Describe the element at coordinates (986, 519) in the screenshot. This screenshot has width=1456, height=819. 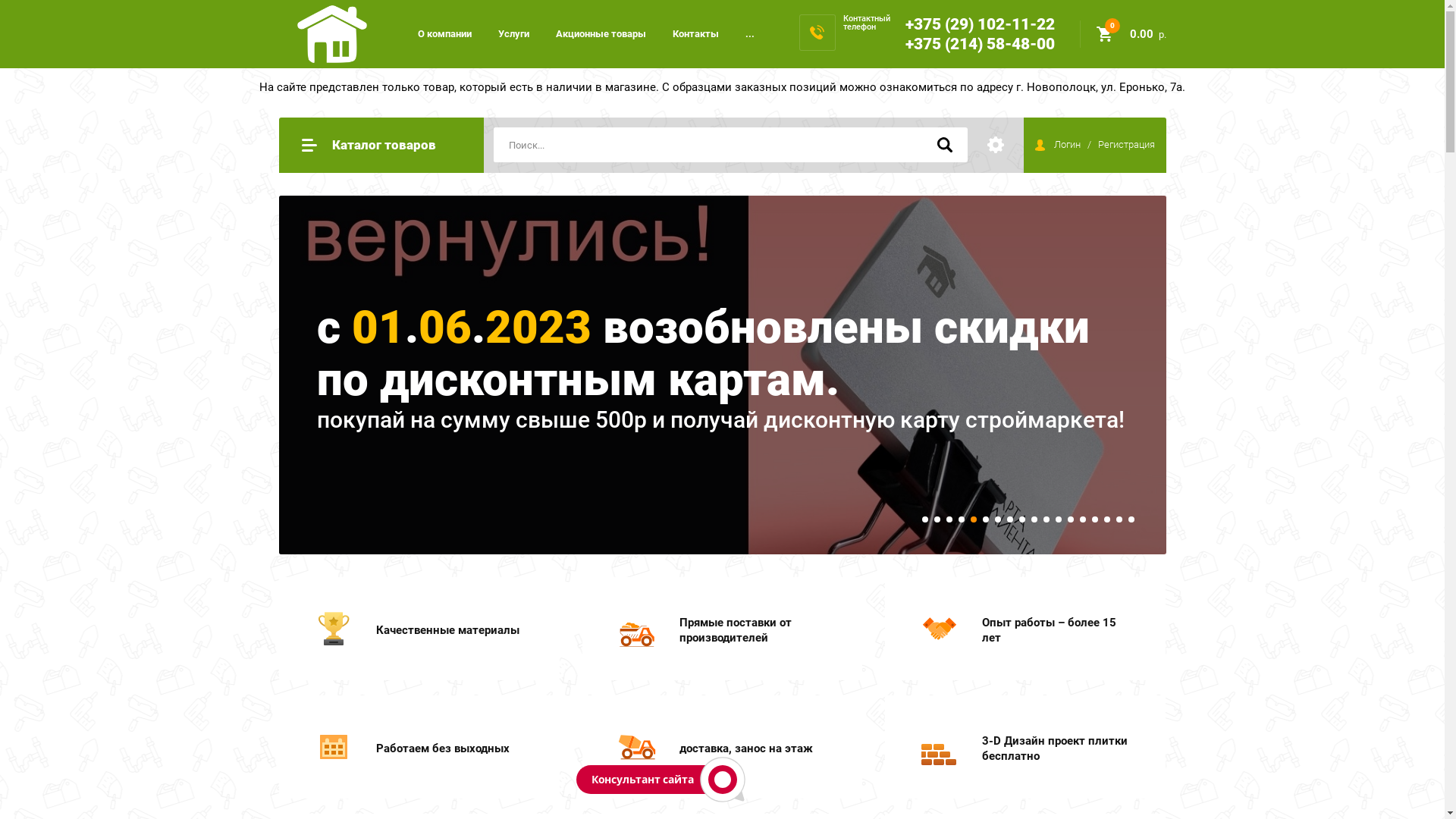
I see `'6'` at that location.